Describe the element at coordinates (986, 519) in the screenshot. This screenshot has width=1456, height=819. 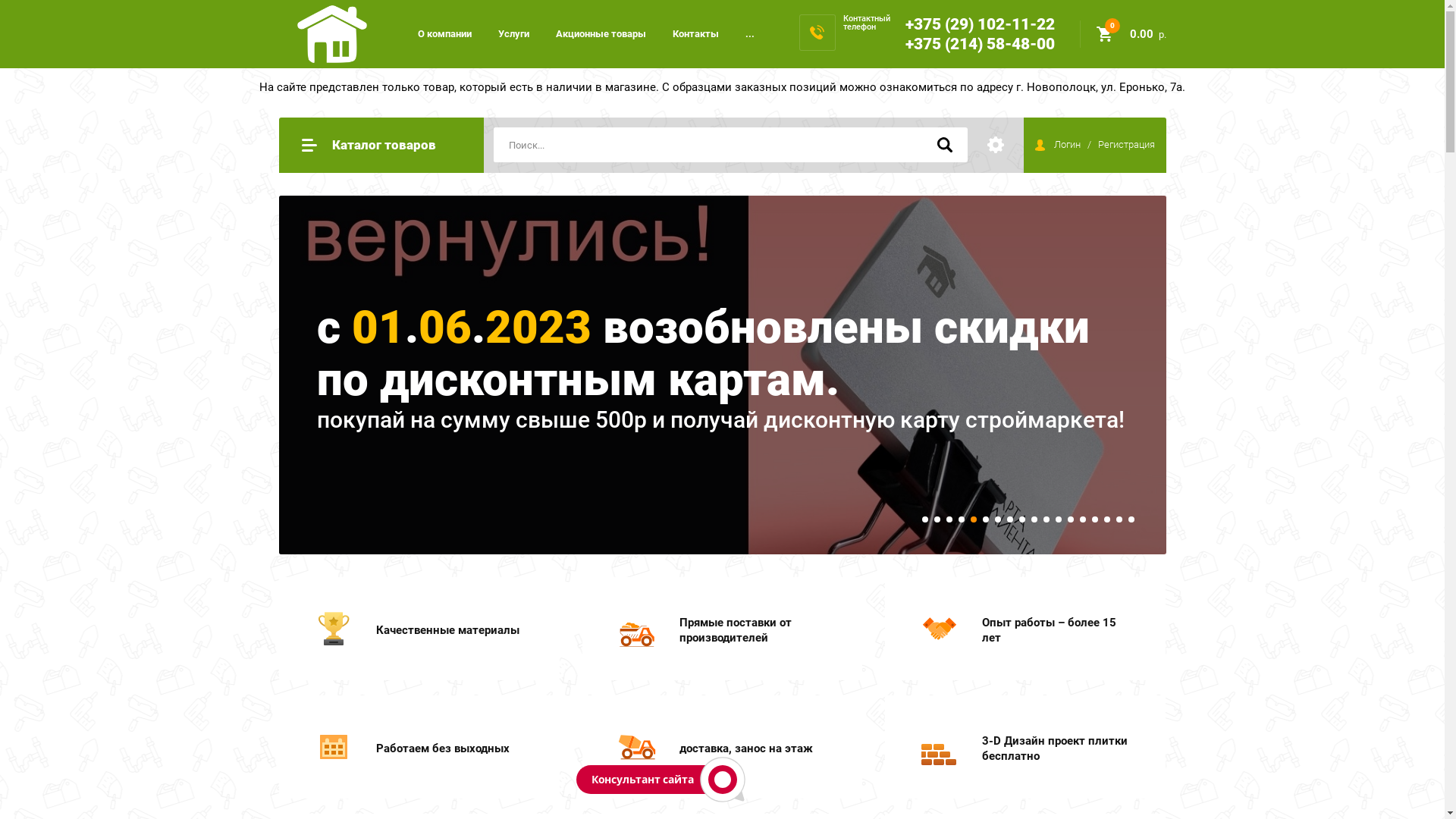
I see `'6'` at that location.